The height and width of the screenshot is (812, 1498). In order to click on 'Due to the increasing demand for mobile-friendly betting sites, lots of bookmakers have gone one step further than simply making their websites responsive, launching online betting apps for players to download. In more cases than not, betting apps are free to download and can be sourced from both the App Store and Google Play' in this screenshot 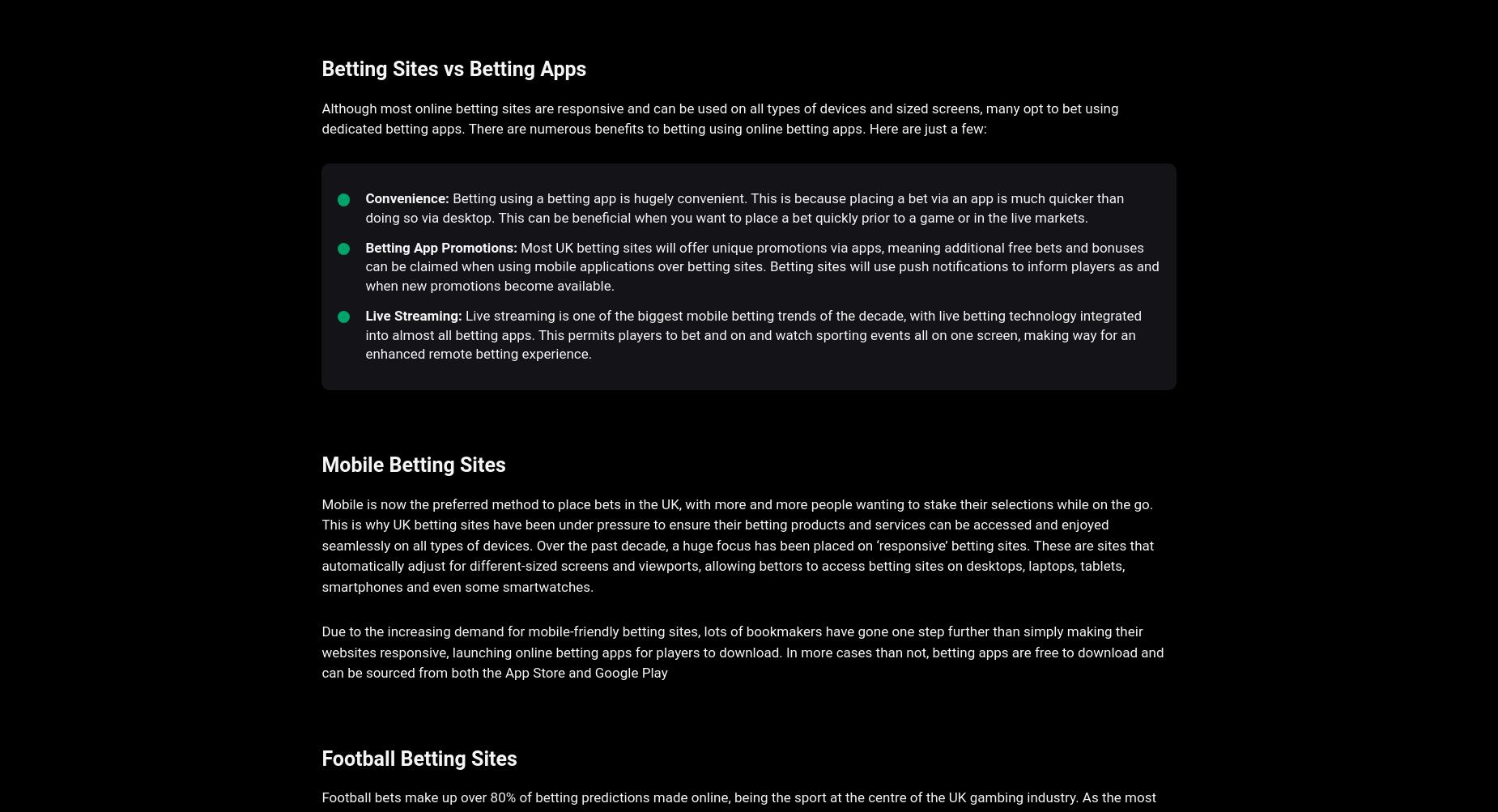, I will do `click(743, 652)`.